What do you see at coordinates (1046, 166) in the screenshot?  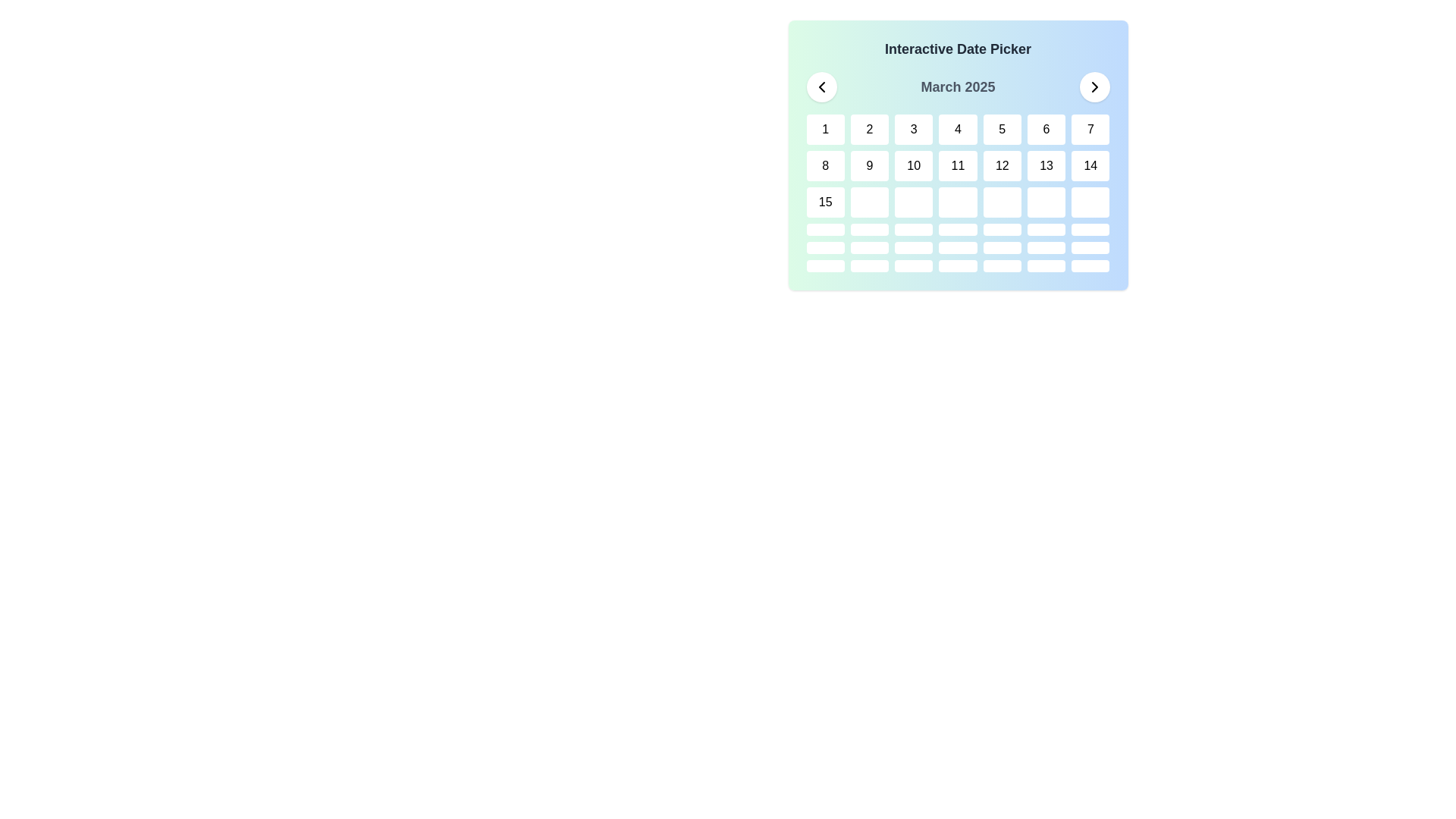 I see `the button representing the 13th day of the month in the date picker` at bounding box center [1046, 166].